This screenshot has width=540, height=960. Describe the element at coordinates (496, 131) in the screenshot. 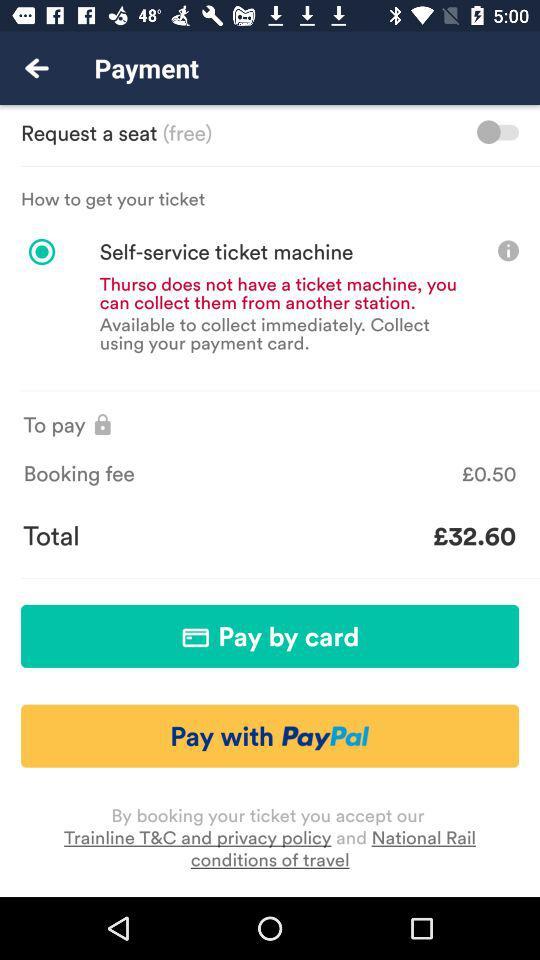

I see `seat request` at that location.